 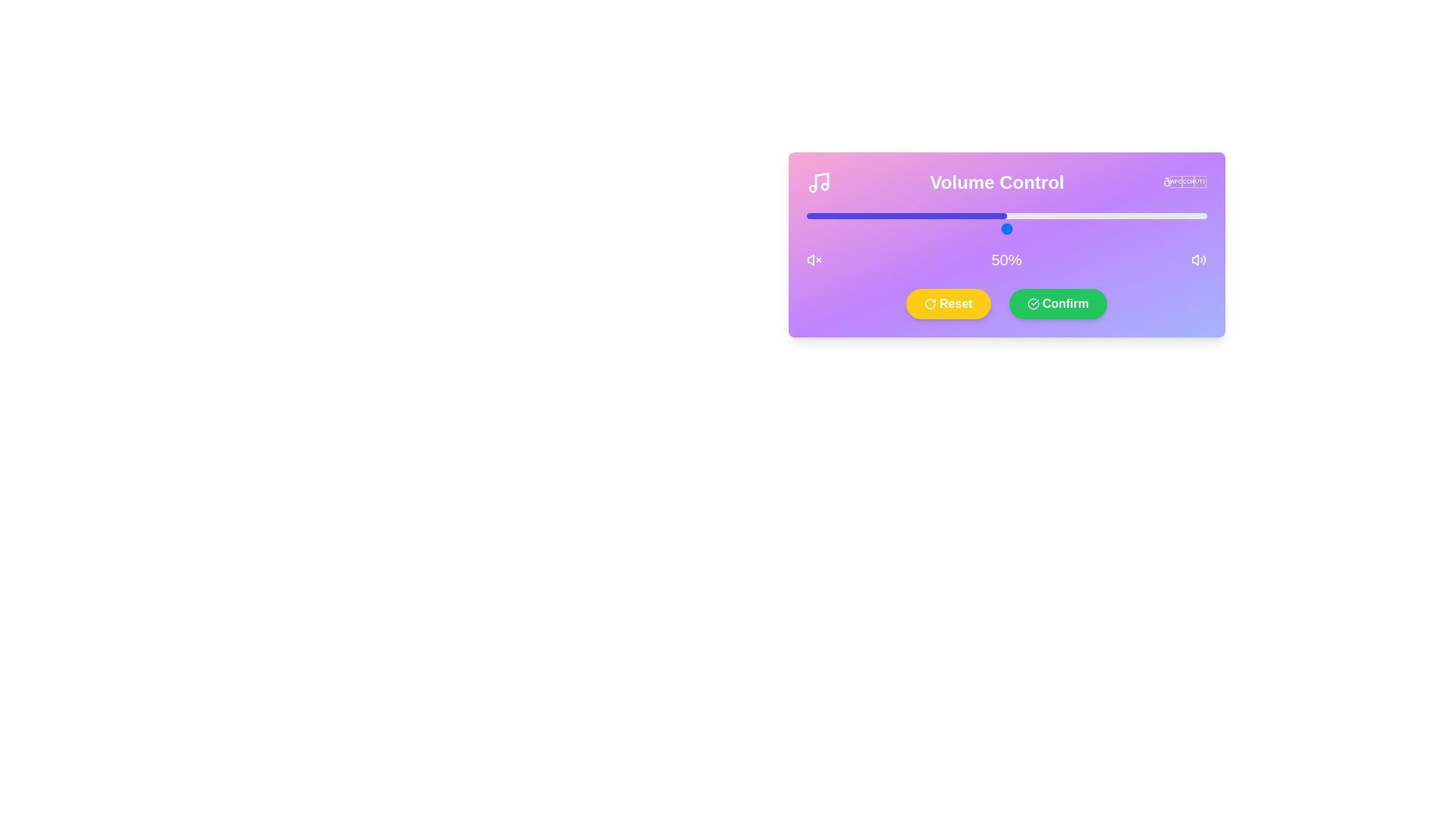 I want to click on the slider value, so click(x=899, y=216).